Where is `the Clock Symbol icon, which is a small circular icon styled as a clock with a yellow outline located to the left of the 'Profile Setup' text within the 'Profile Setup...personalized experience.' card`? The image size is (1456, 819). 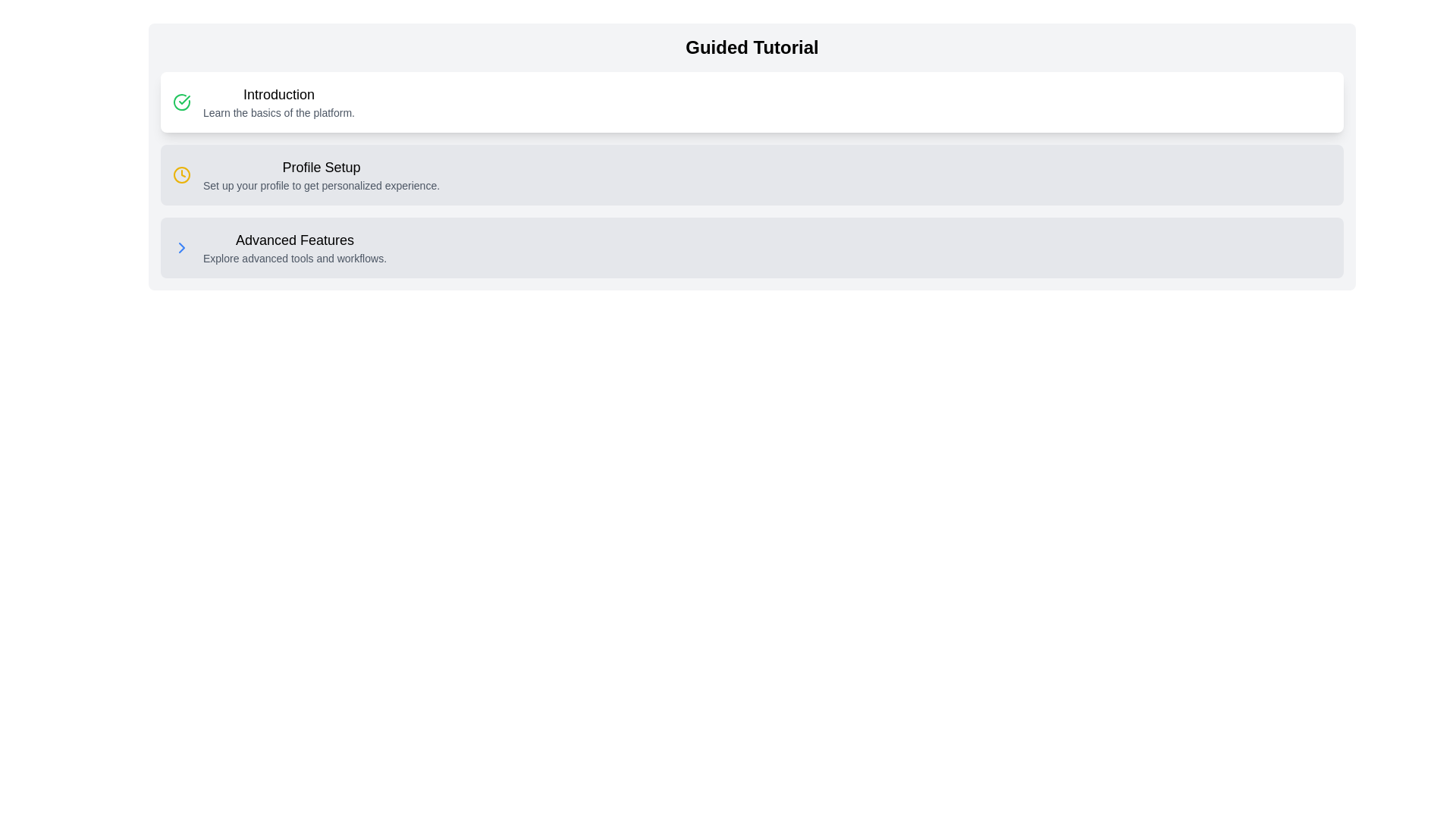
the Clock Symbol icon, which is a small circular icon styled as a clock with a yellow outline located to the left of the 'Profile Setup' text within the 'Profile Setup...personalized experience.' card is located at coordinates (182, 174).